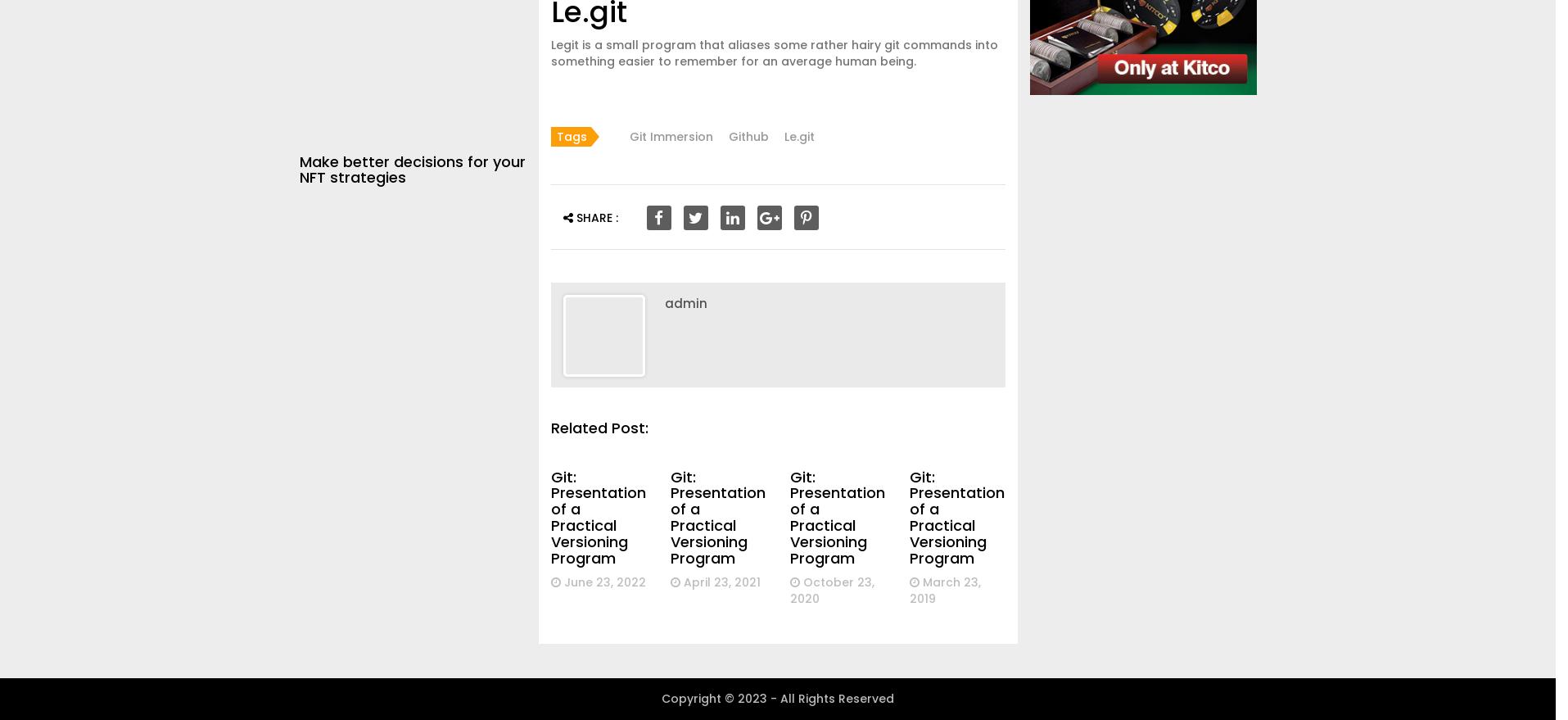  What do you see at coordinates (777, 698) in the screenshot?
I see `'Copyright © 2023 - All Rights Reserved'` at bounding box center [777, 698].